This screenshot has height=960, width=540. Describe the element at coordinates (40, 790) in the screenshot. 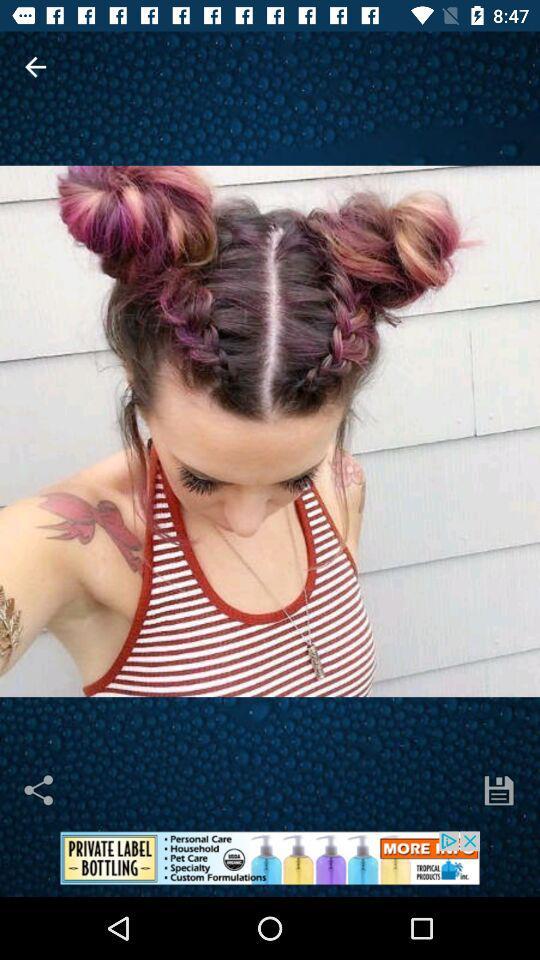

I see `share` at that location.